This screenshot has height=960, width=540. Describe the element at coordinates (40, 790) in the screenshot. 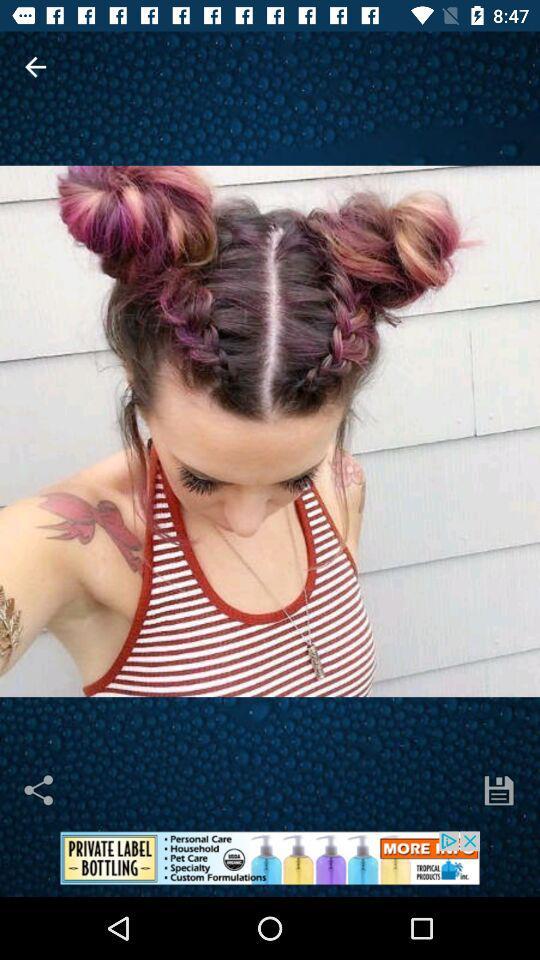

I see `share` at that location.